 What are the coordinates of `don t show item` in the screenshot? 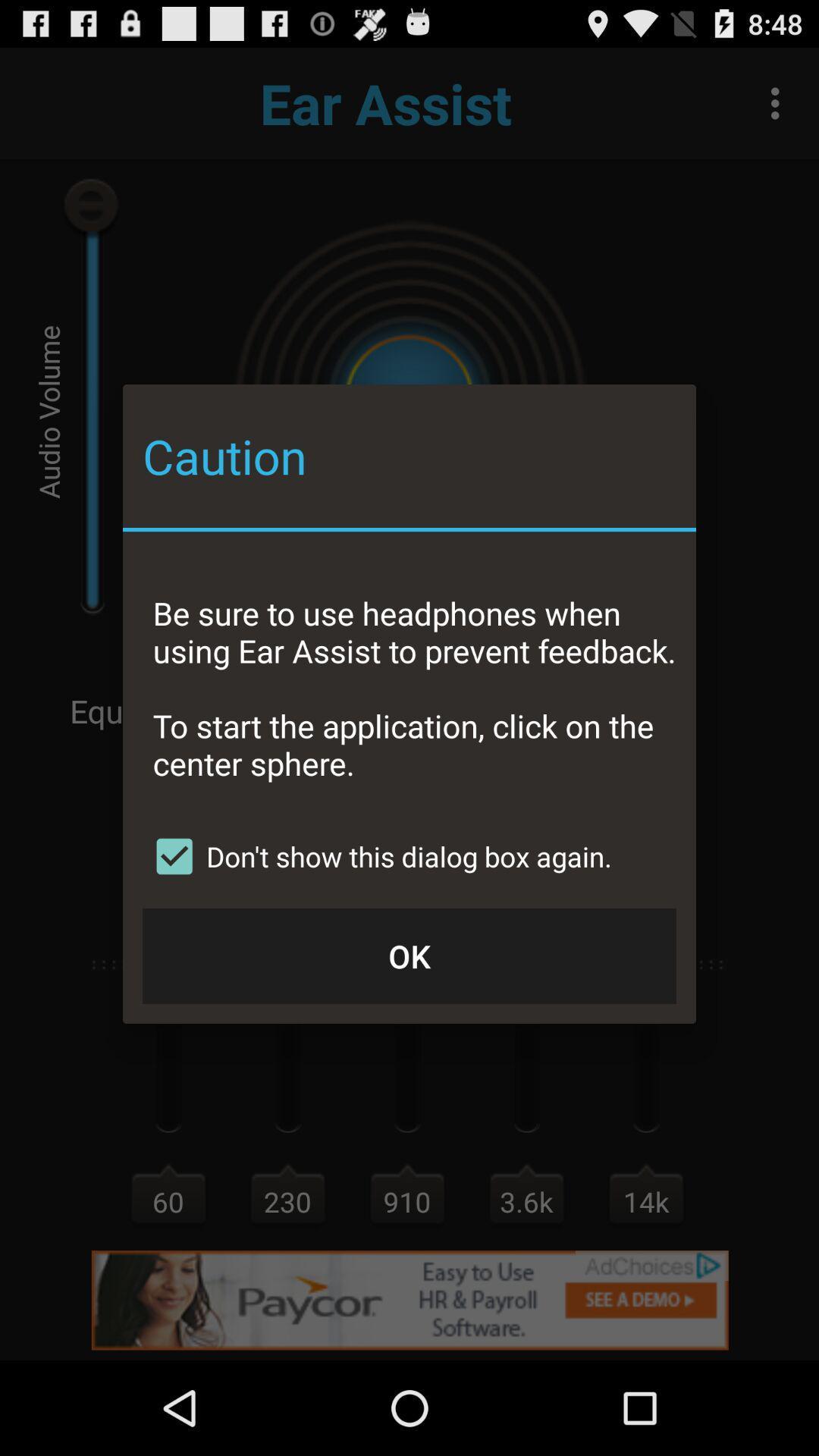 It's located at (376, 856).